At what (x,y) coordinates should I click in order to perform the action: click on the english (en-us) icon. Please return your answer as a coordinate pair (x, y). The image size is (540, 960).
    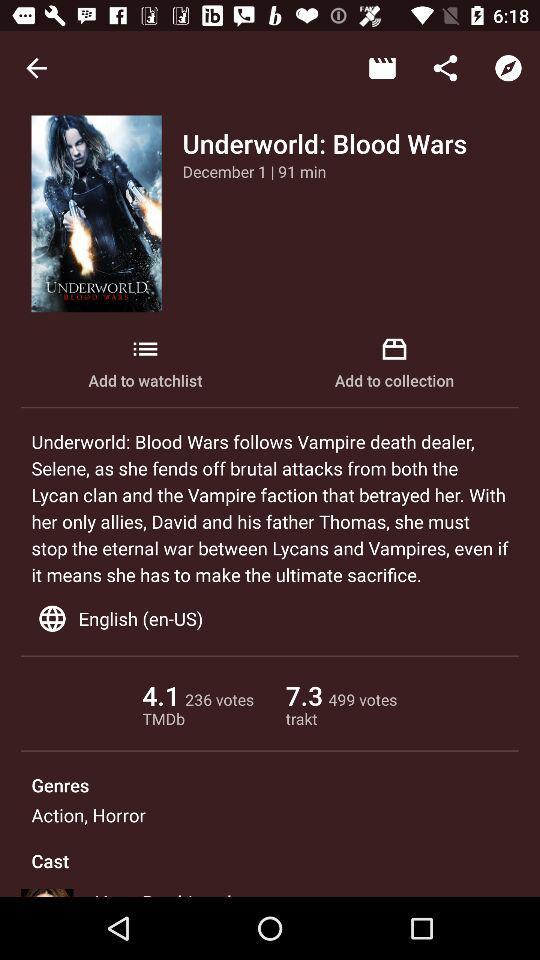
    Looking at the image, I should click on (270, 617).